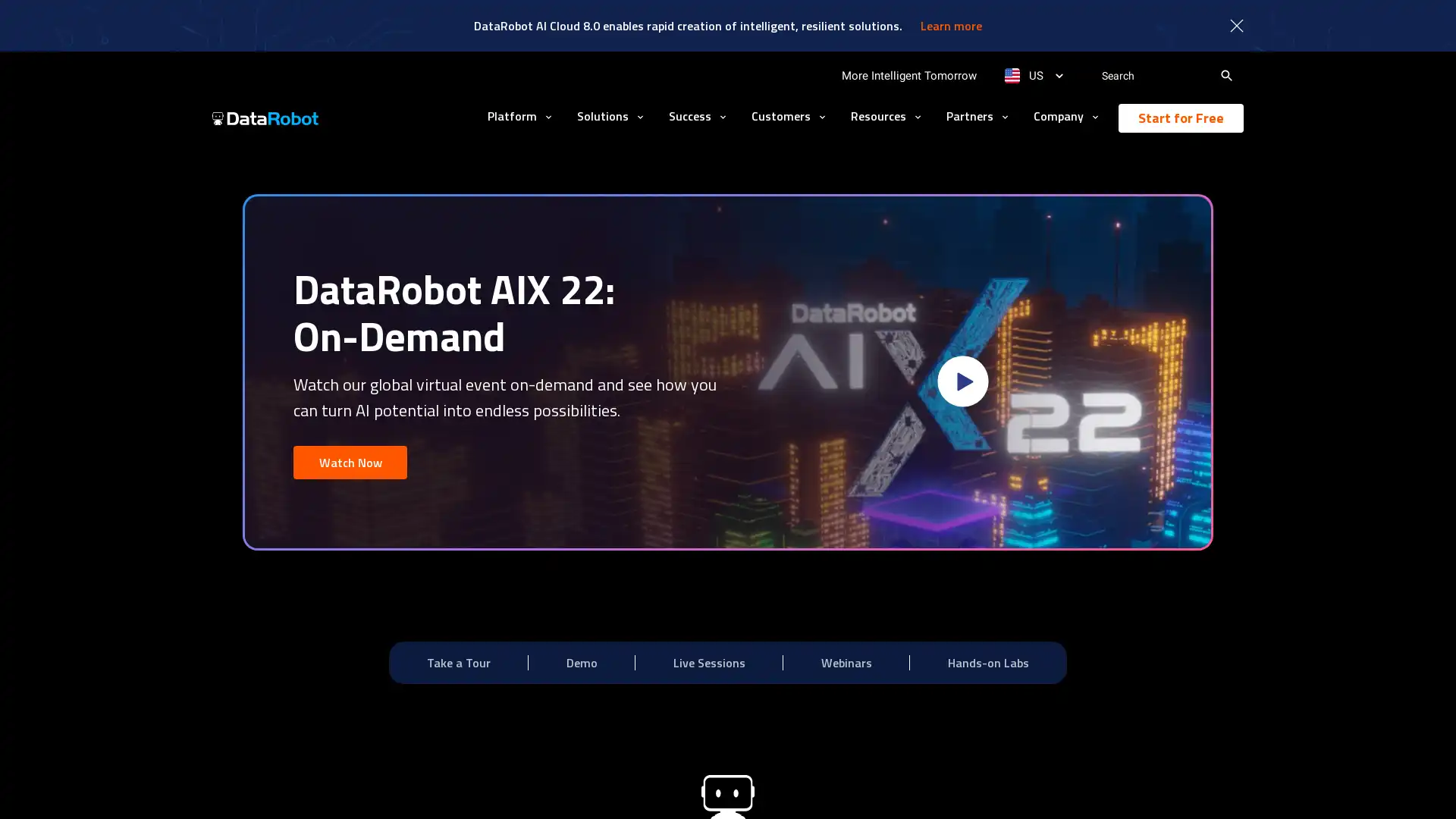 The image size is (1456, 819). What do you see at coordinates (1033, 76) in the screenshot?
I see `US` at bounding box center [1033, 76].